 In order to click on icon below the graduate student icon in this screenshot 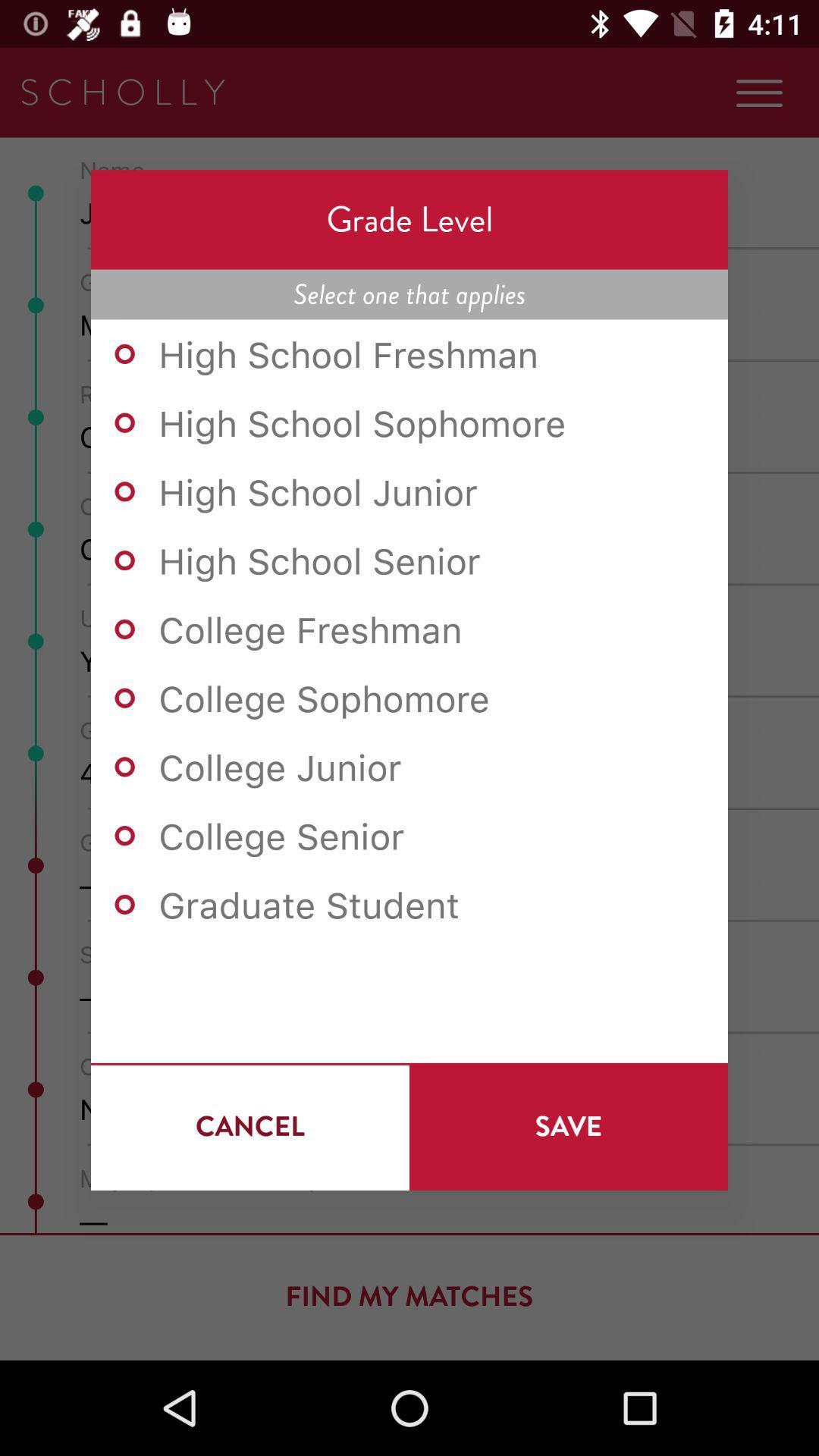, I will do `click(249, 1126)`.